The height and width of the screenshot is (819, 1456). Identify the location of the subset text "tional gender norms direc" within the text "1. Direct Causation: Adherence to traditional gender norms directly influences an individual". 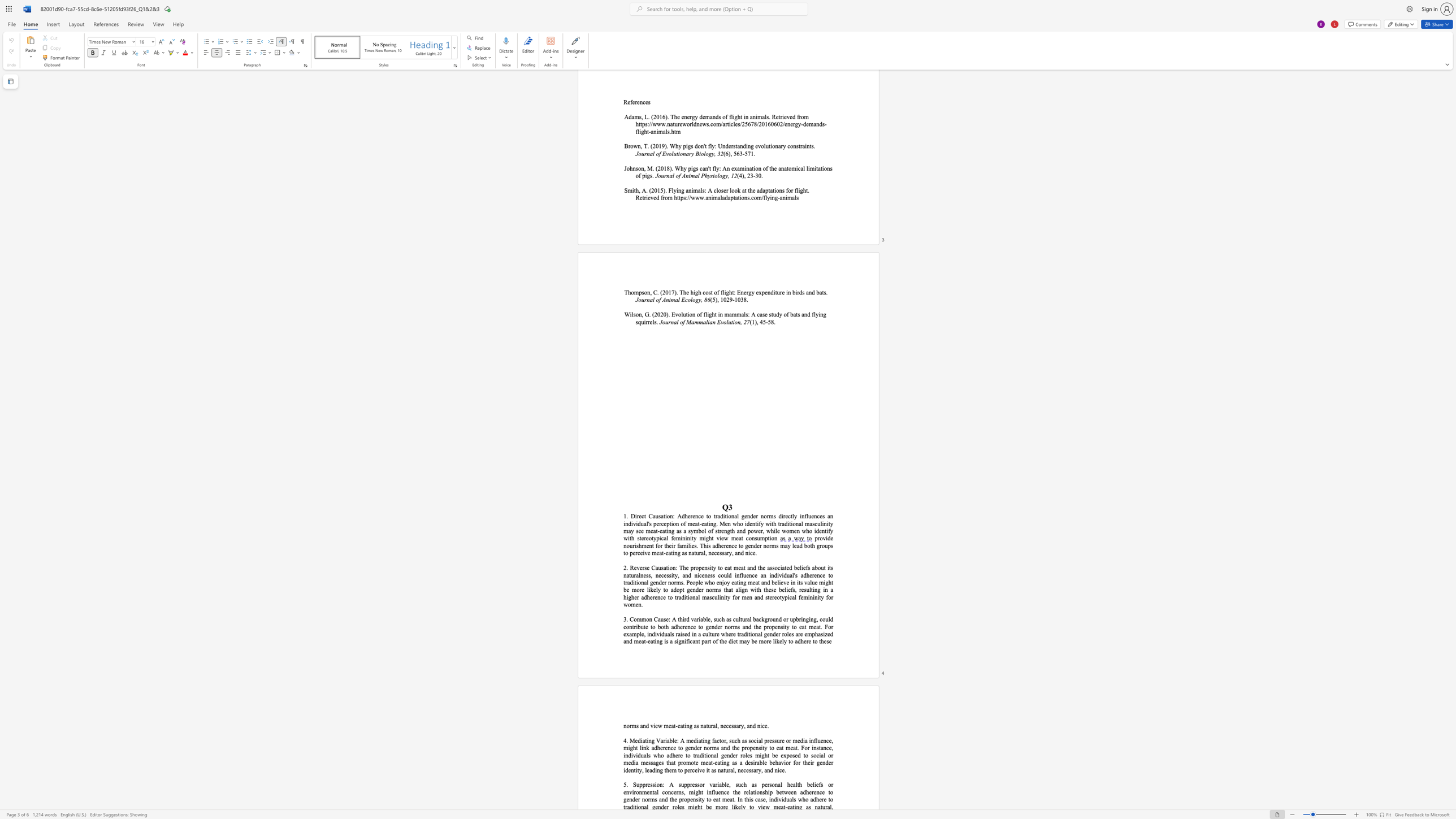
(724, 515).